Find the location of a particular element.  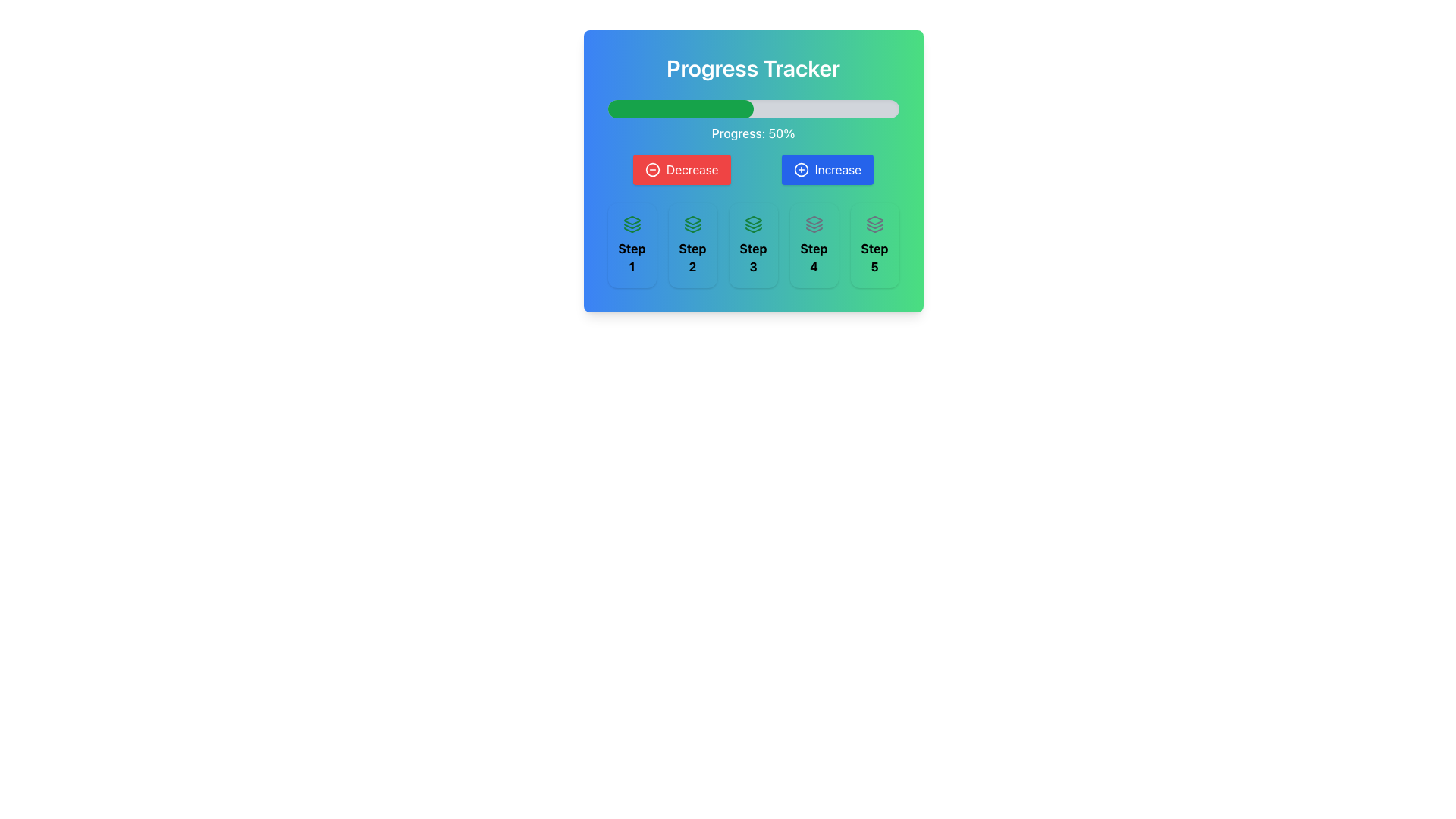

the second segment of the visual stack representation in the Step 3 icon of the progress tracker is located at coordinates (753, 226).